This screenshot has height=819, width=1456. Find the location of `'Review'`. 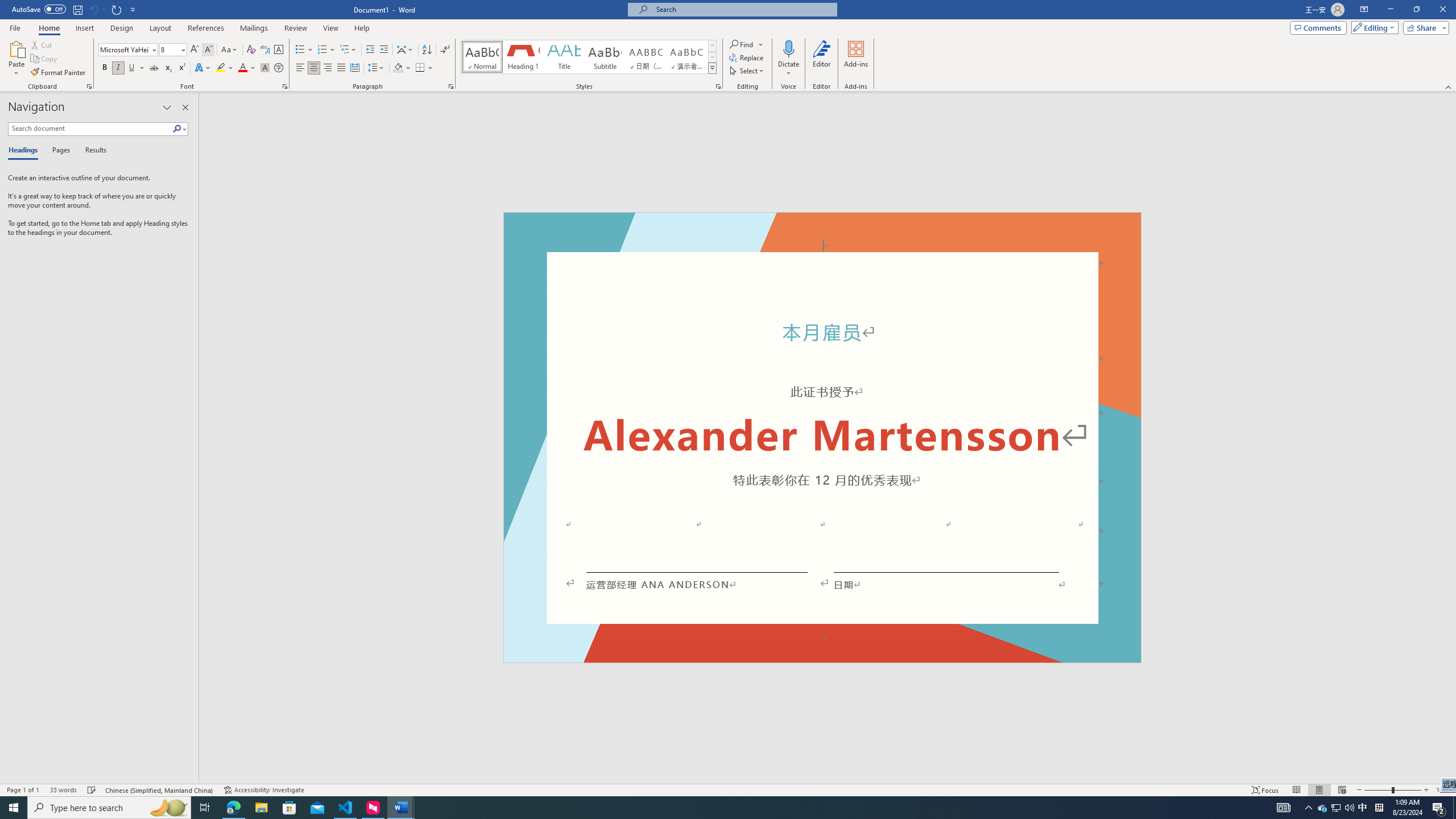

'Review' is located at coordinates (295, 28).